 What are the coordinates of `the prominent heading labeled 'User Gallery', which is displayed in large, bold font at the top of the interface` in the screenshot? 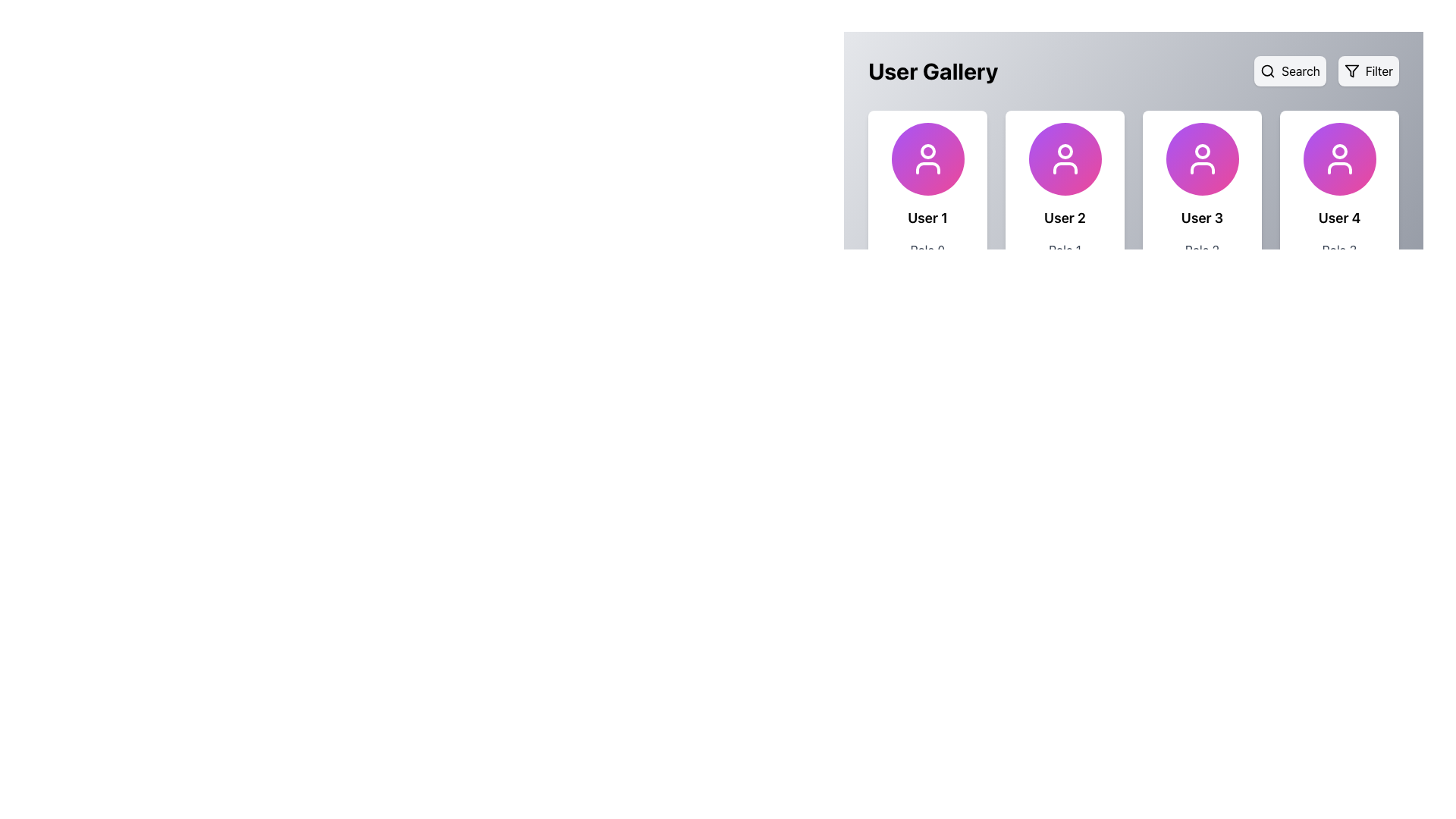 It's located at (932, 71).